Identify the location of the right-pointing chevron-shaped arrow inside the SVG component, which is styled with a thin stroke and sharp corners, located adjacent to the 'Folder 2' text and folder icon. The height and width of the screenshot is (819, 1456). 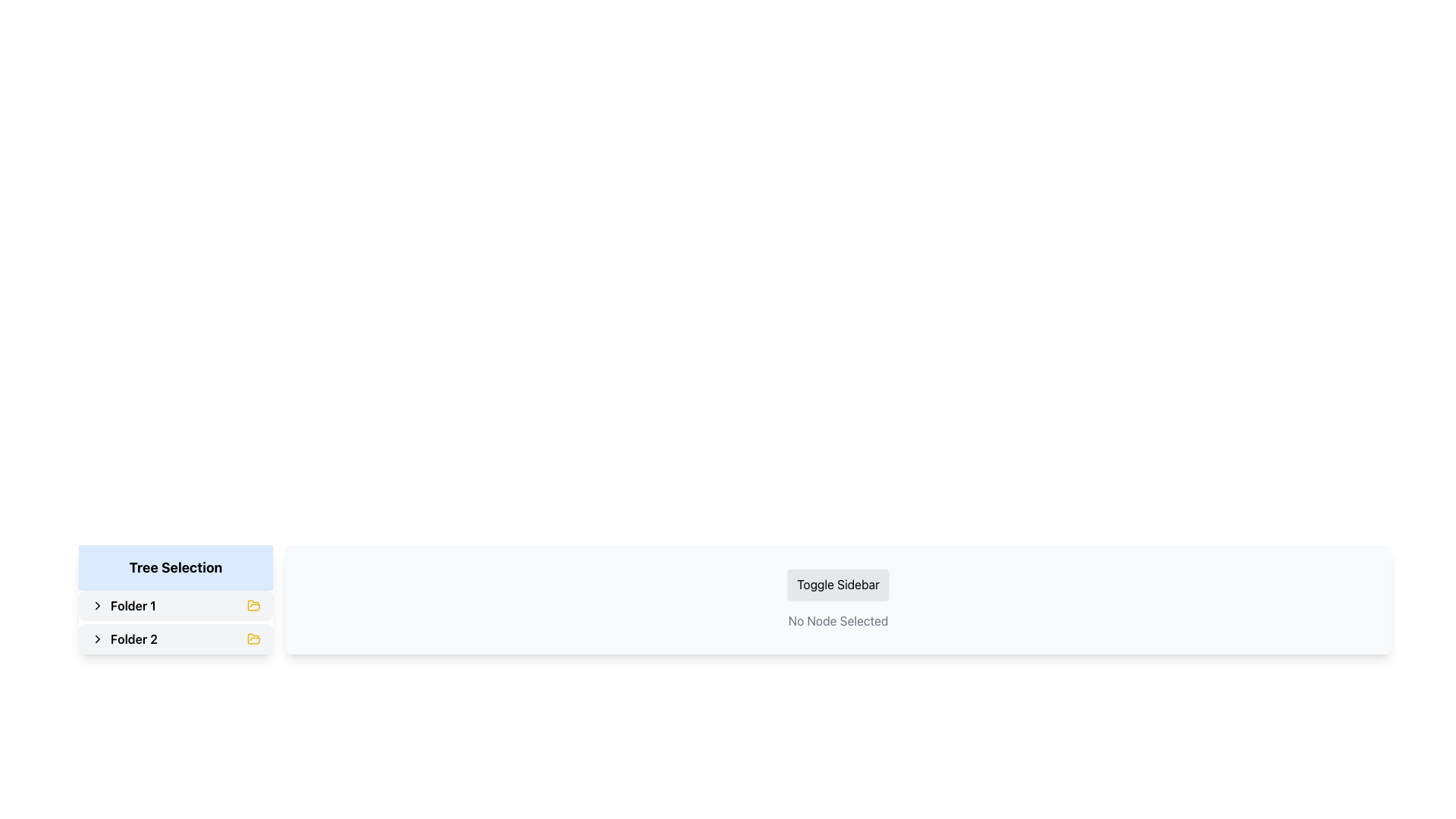
(97, 604).